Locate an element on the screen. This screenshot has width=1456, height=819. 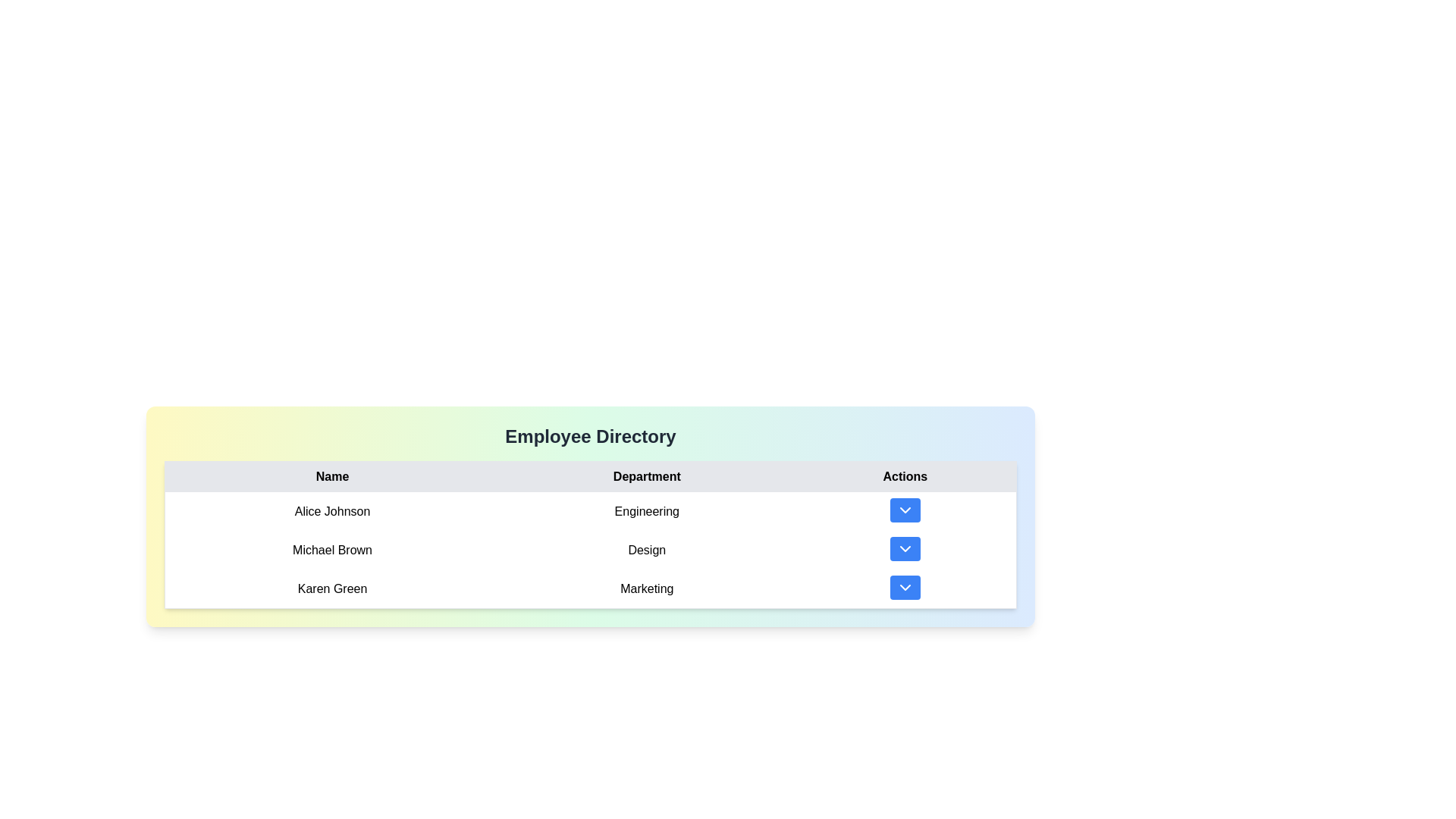
the third row in the Employee Directory labeled 'Karen Green', which contains a blue button with a dropdown icon is located at coordinates (589, 588).